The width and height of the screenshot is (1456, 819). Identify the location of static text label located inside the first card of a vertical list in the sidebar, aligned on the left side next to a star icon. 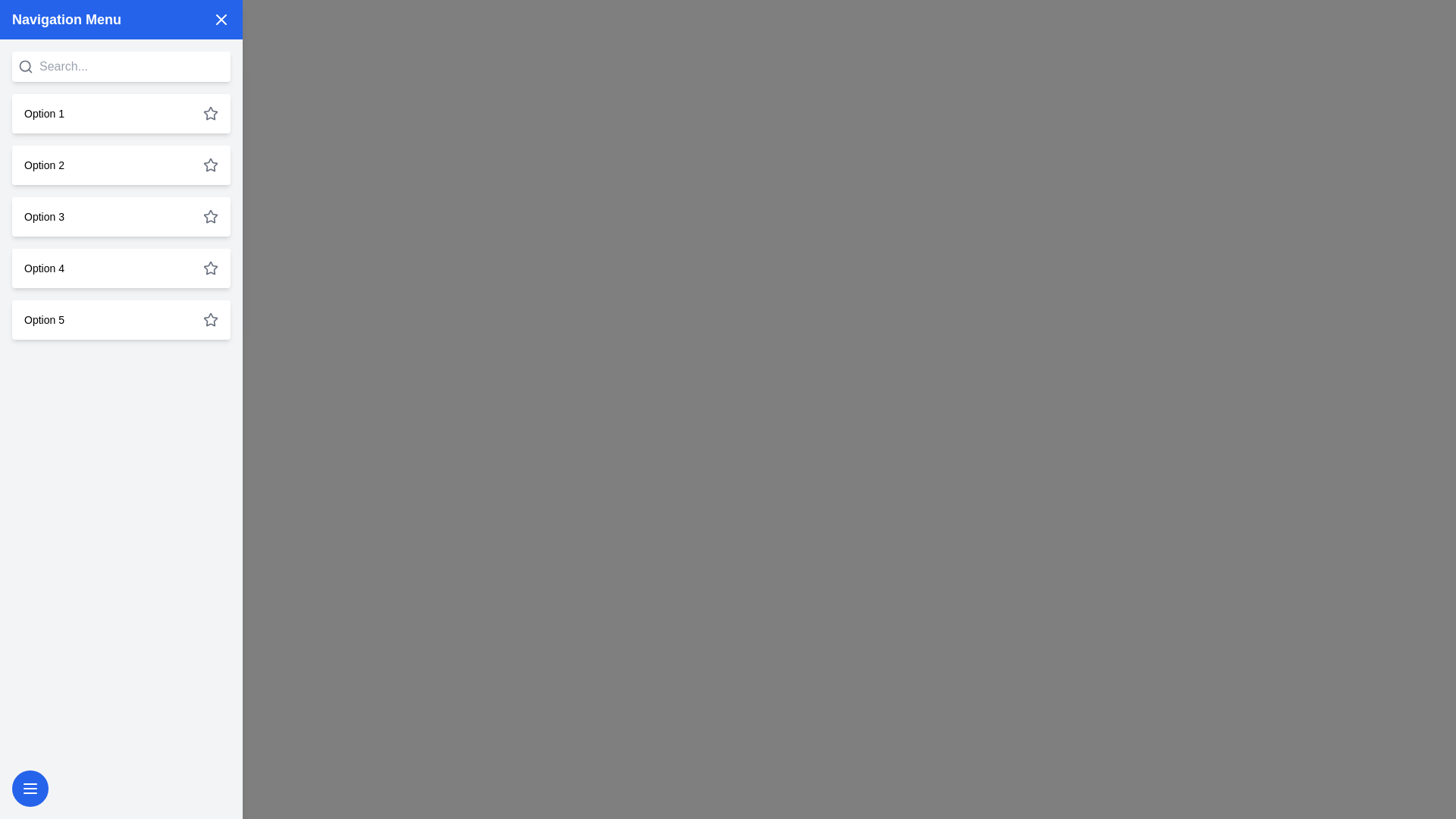
(44, 113).